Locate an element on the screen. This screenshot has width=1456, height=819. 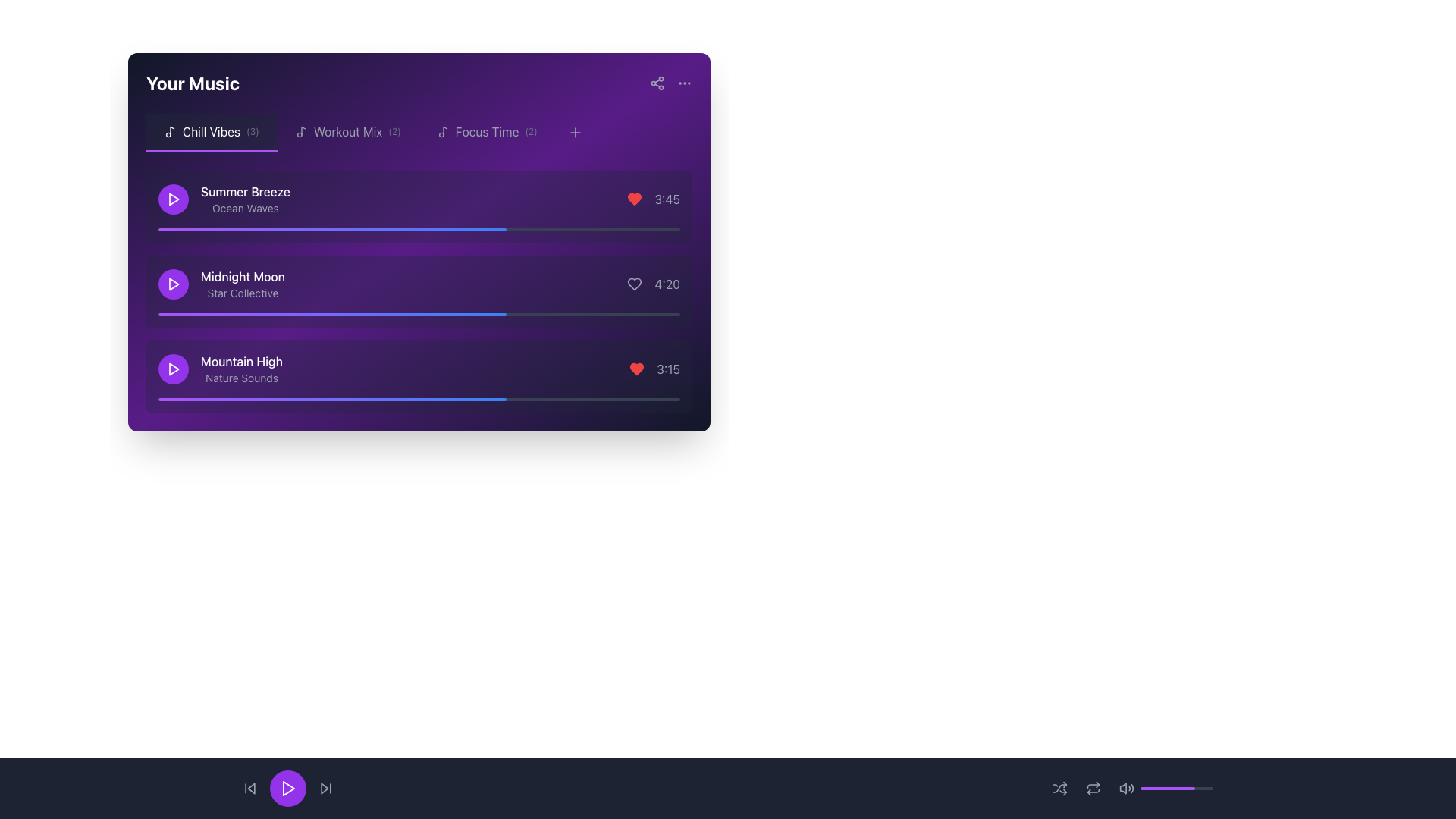
the text label displaying the title and description of a track in the 'Chill Vibes' section, located in the third row of the list is located at coordinates (240, 369).